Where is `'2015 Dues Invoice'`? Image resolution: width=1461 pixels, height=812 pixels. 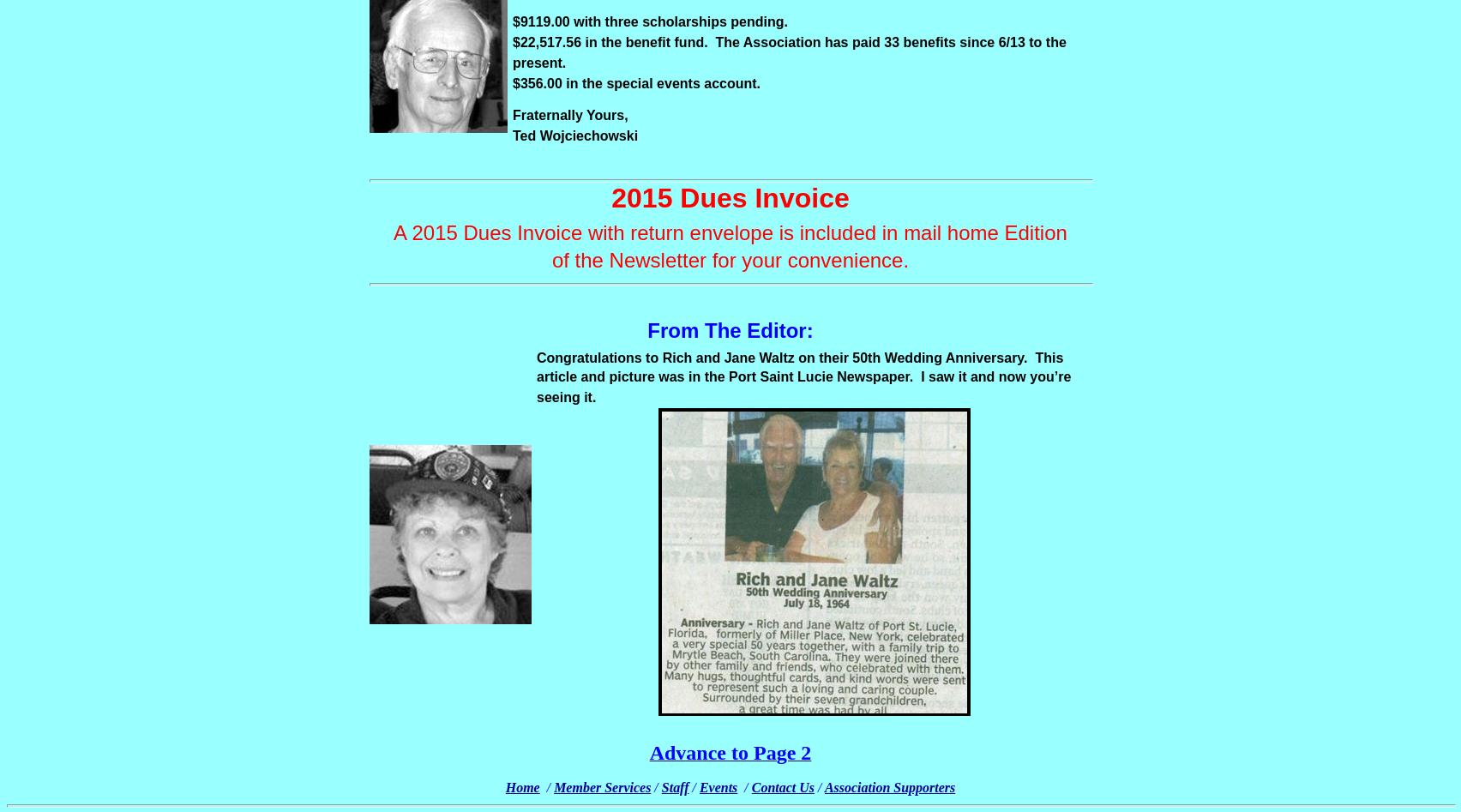
'2015 Dues Invoice' is located at coordinates (729, 197).